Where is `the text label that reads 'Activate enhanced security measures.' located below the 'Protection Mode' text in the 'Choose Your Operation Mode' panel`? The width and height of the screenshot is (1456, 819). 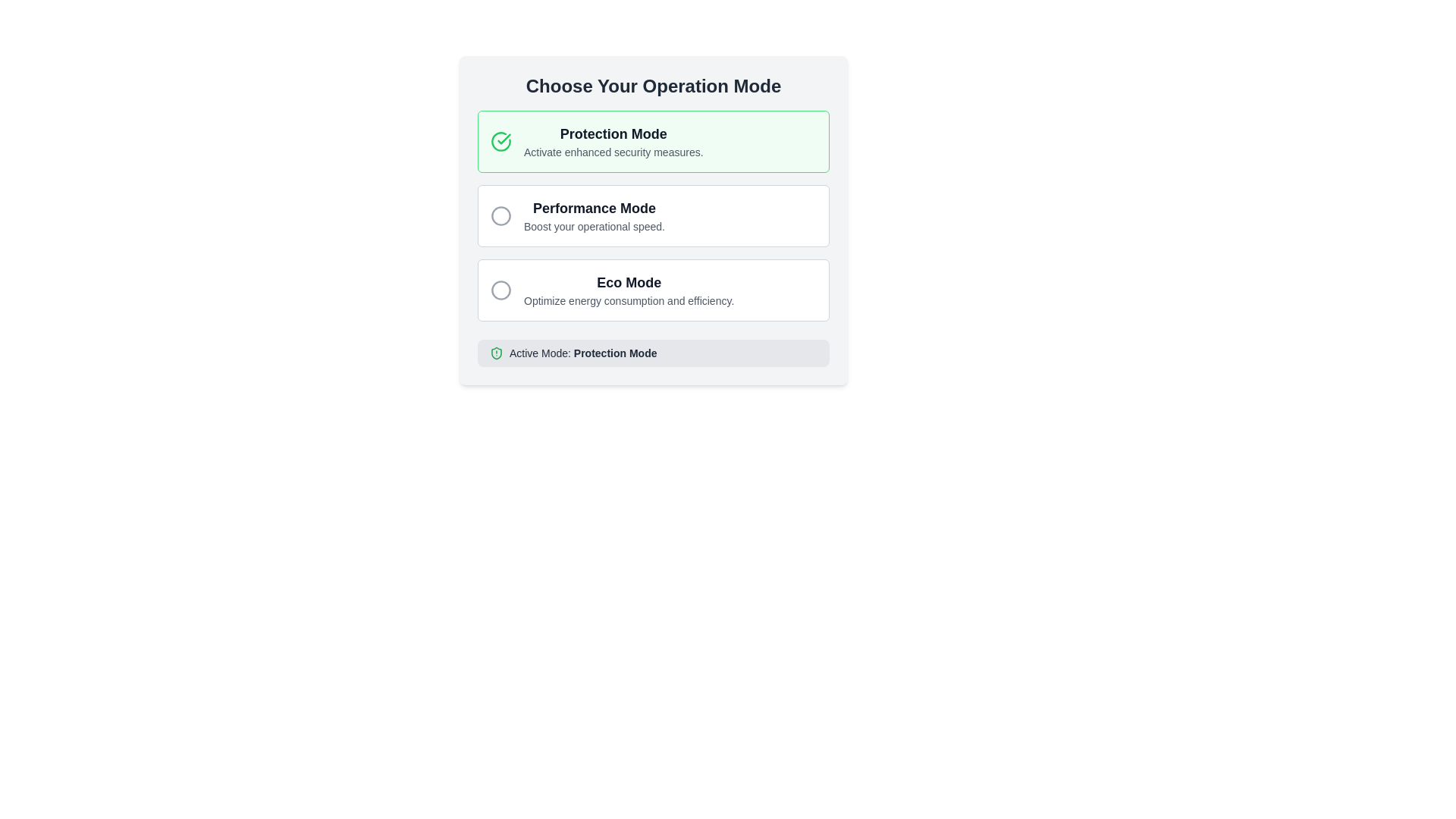 the text label that reads 'Activate enhanced security measures.' located below the 'Protection Mode' text in the 'Choose Your Operation Mode' panel is located at coordinates (613, 152).